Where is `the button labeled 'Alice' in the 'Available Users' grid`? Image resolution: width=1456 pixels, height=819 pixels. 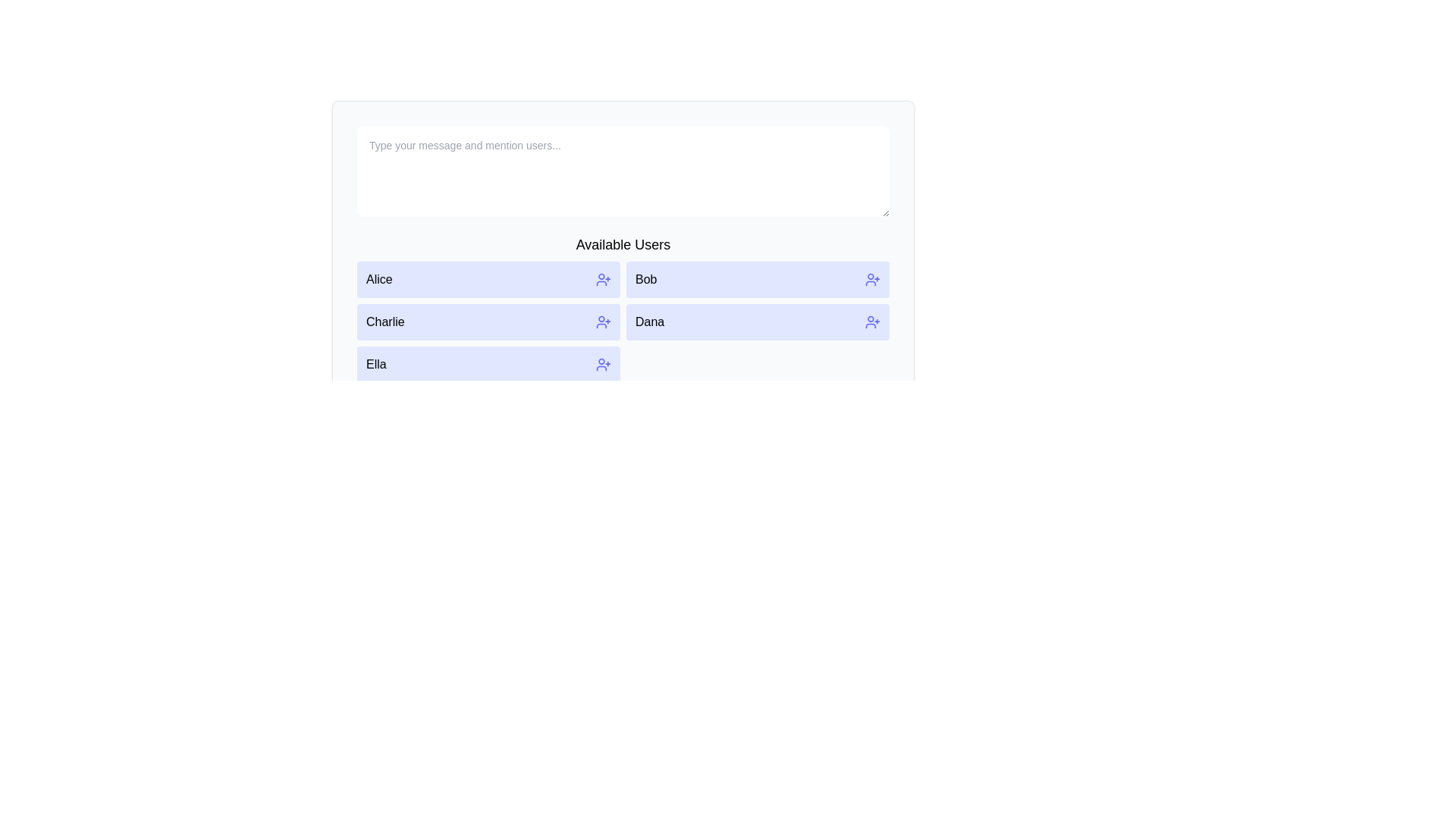
the button labeled 'Alice' in the 'Available Users' grid is located at coordinates (488, 280).